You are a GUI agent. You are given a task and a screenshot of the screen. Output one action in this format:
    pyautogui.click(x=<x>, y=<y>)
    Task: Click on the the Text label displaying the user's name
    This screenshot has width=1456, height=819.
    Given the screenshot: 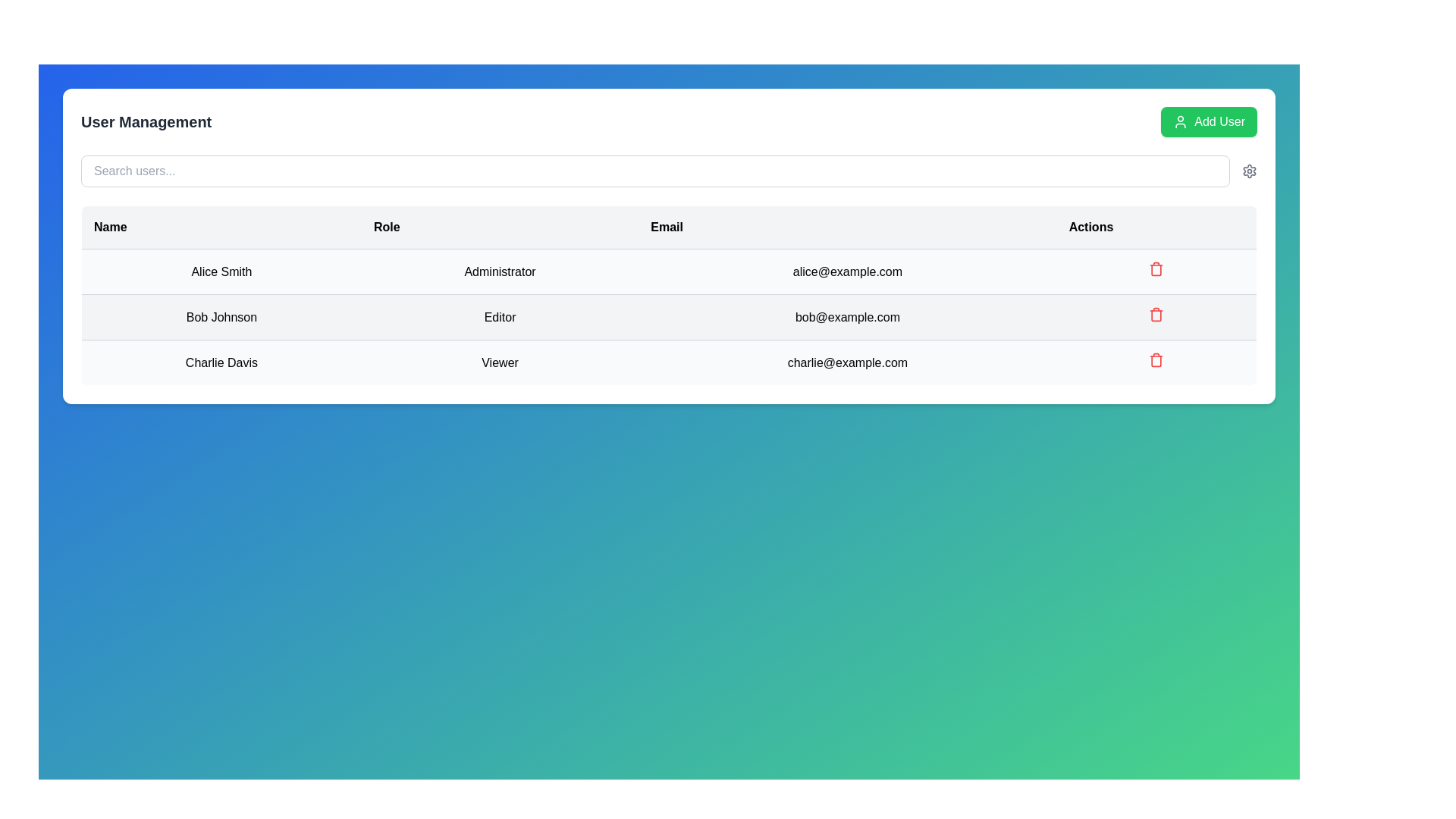 What is the action you would take?
    pyautogui.click(x=221, y=362)
    